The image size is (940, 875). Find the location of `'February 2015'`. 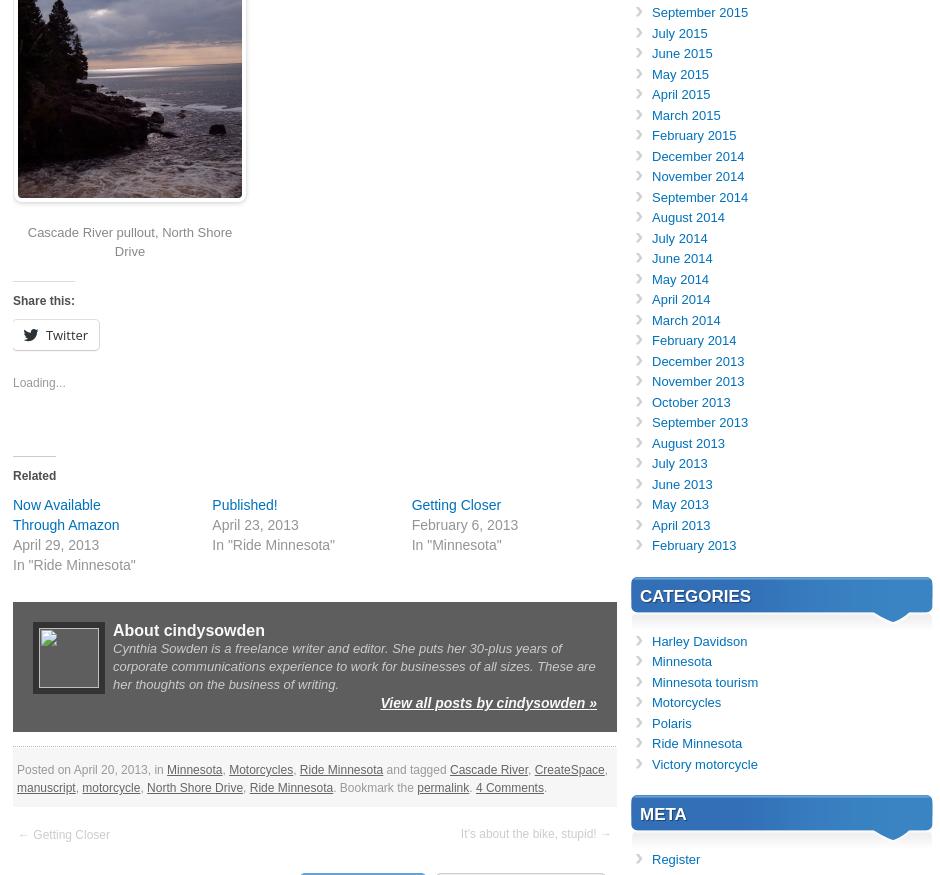

'February 2015' is located at coordinates (693, 134).